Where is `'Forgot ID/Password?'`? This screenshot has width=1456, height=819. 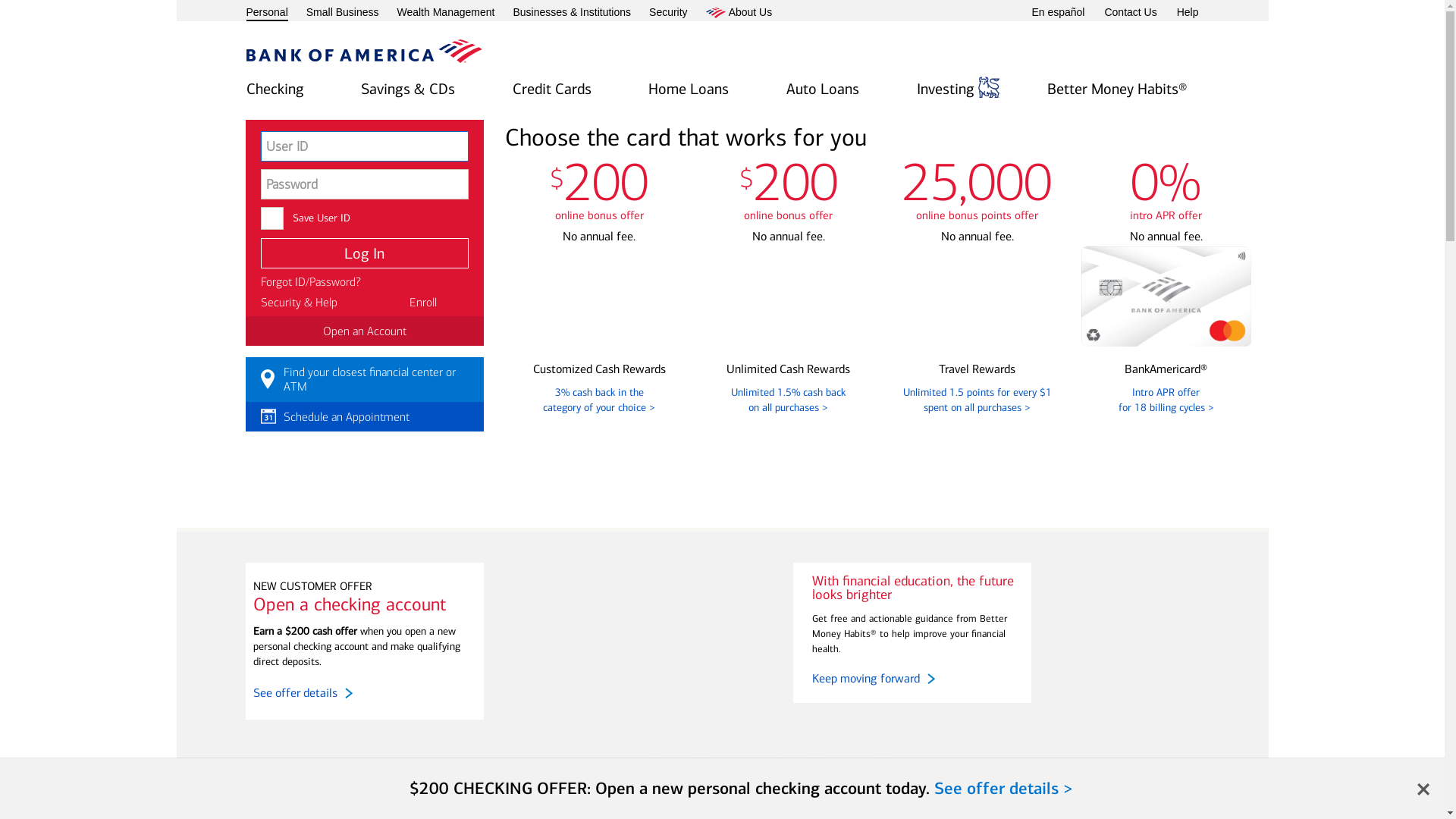 'Forgot ID/Password?' is located at coordinates (309, 281).